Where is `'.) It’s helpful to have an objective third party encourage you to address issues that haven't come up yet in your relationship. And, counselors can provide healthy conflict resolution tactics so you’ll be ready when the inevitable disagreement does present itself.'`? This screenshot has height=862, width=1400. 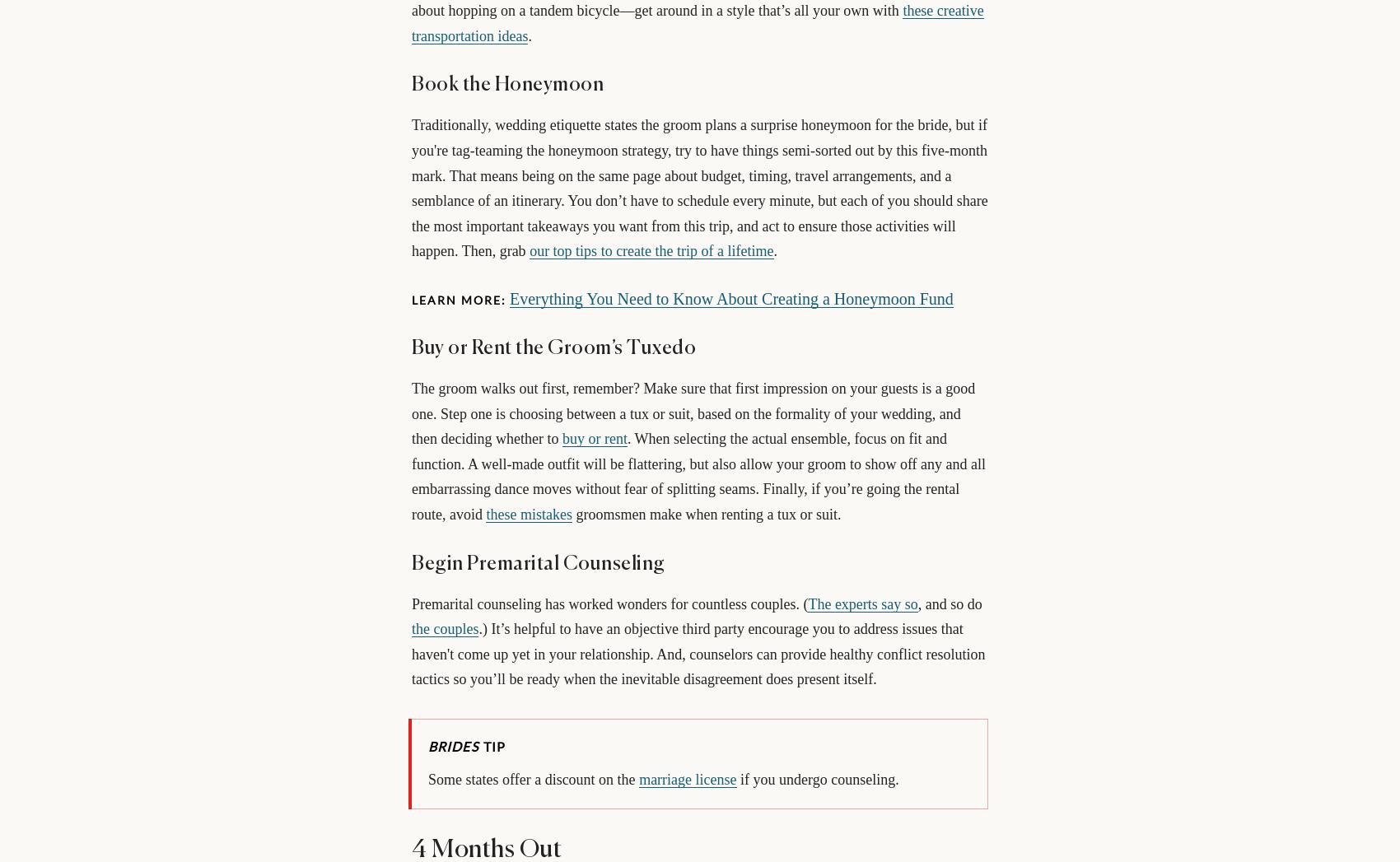 '.) It’s helpful to have an objective third party encourage you to address issues that haven't come up yet in your relationship. And, counselors can provide healthy conflict resolution tactics so you’ll be ready when the inevitable disagreement does present itself.' is located at coordinates (697, 653).